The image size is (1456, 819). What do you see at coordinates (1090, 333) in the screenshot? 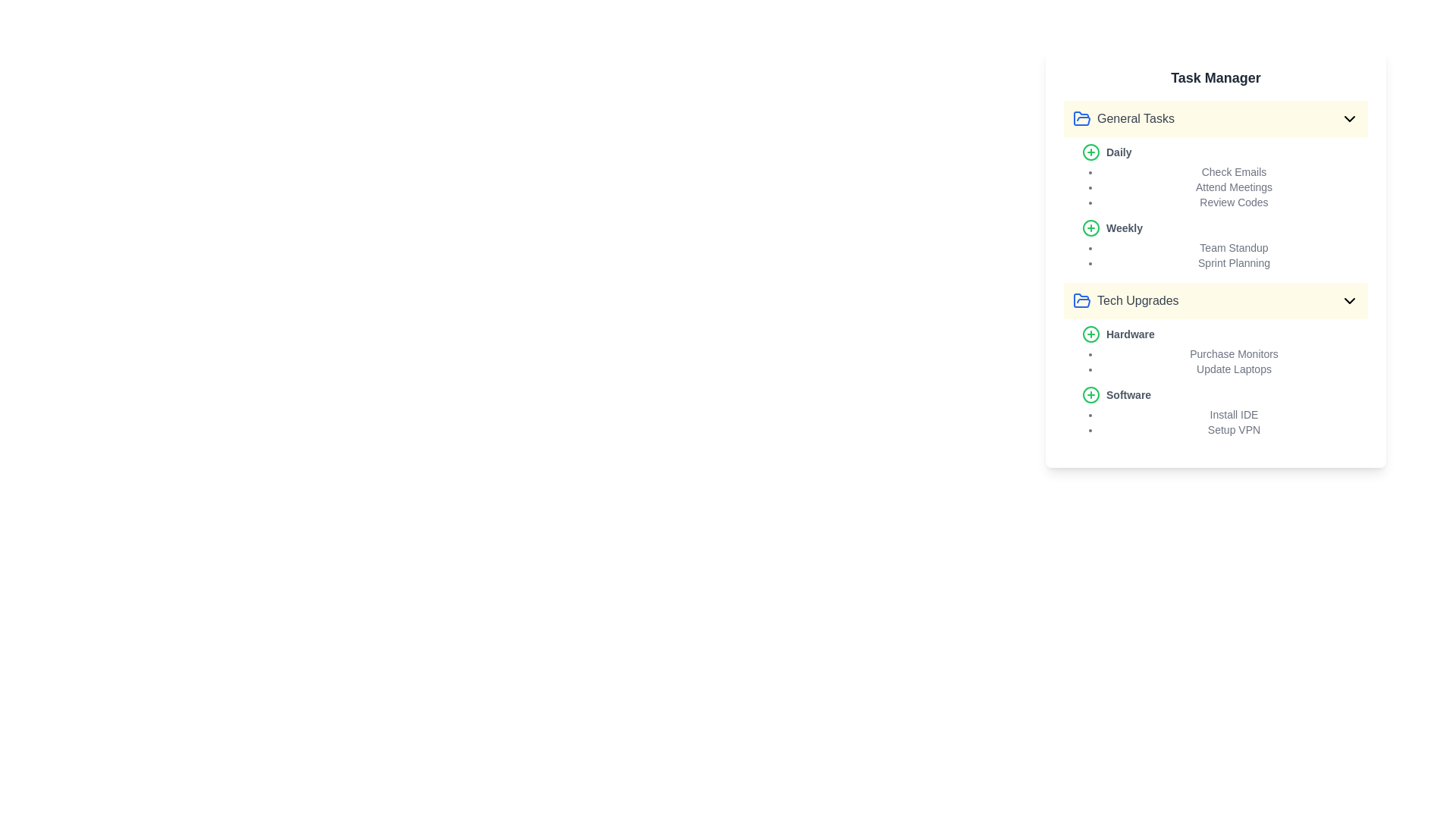
I see `the green circled plus sign icon button located in the task list under the 'Tech Upgrades' category` at bounding box center [1090, 333].